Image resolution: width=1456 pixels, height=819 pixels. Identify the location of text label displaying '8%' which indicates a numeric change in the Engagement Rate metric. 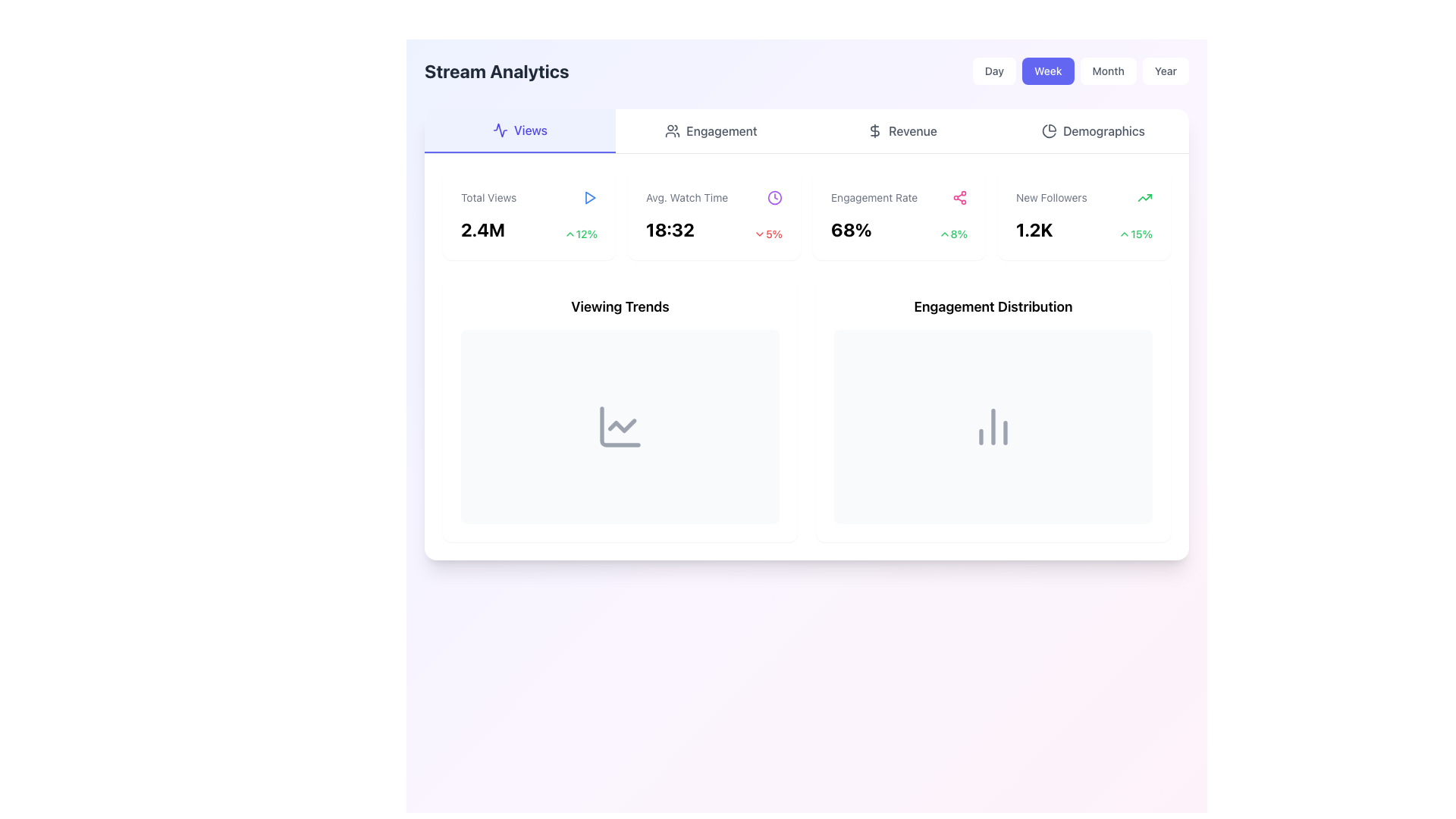
(958, 234).